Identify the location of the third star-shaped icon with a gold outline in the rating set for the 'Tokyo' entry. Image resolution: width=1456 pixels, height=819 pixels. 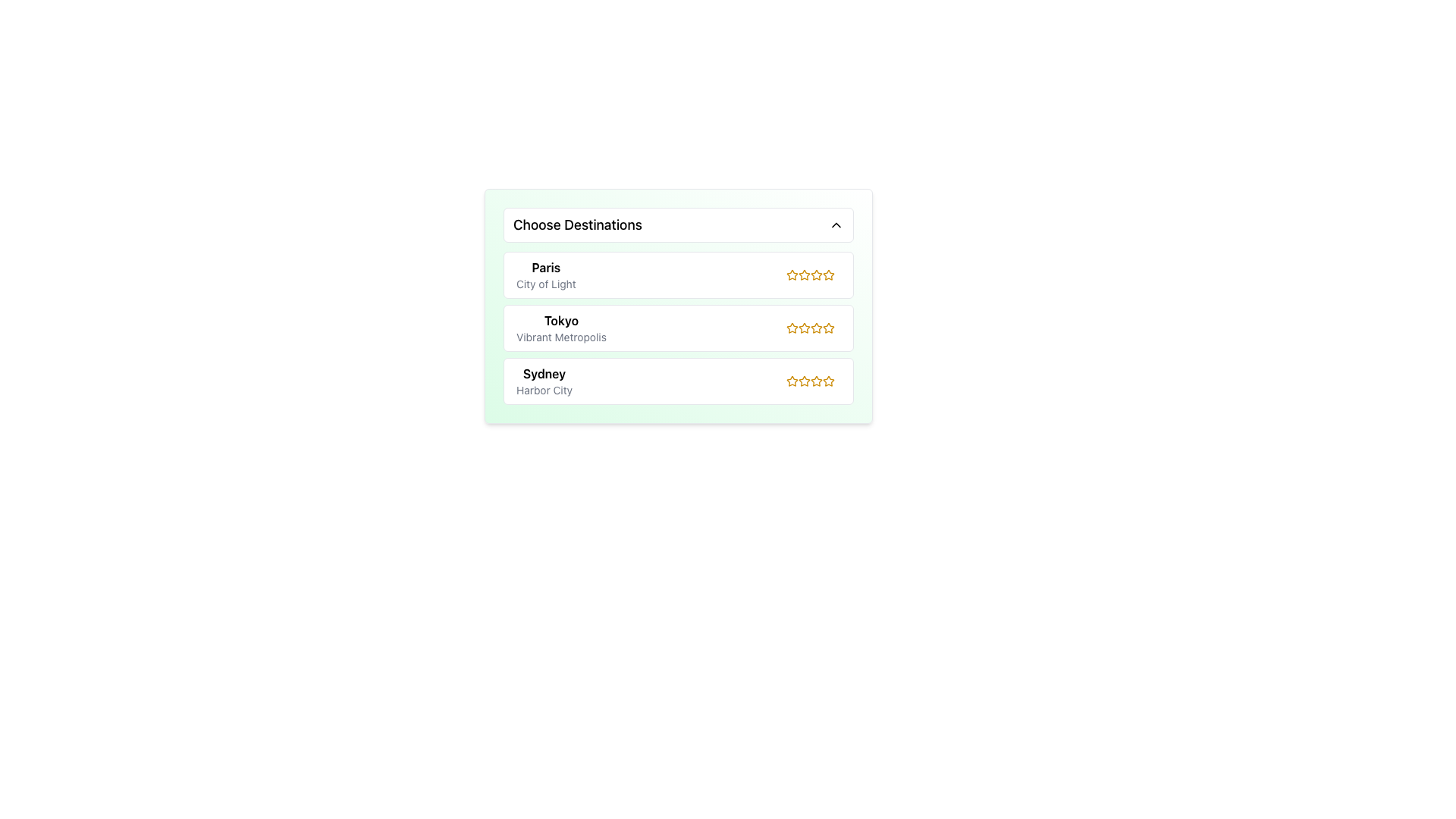
(815, 327).